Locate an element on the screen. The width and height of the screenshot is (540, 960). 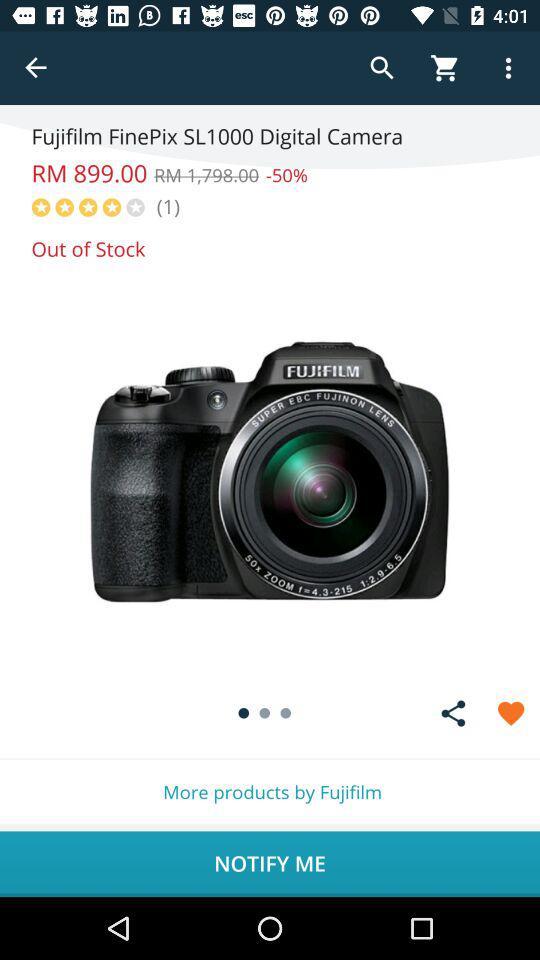
as favorite is located at coordinates (511, 713).